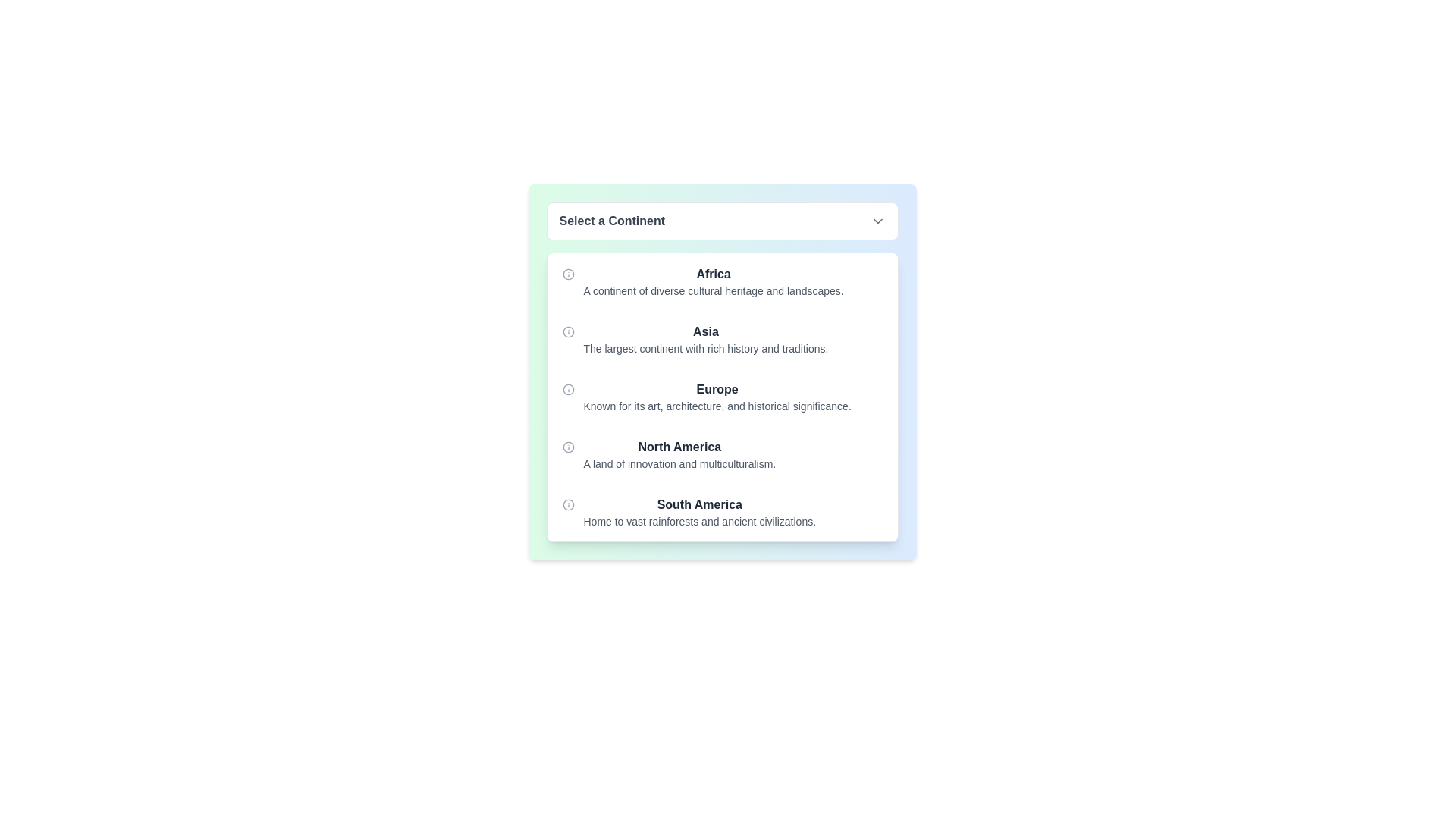  What do you see at coordinates (567, 275) in the screenshot?
I see `the circular information icon, which is grey and outlined, located to the left of the text labeled 'Africa'` at bounding box center [567, 275].